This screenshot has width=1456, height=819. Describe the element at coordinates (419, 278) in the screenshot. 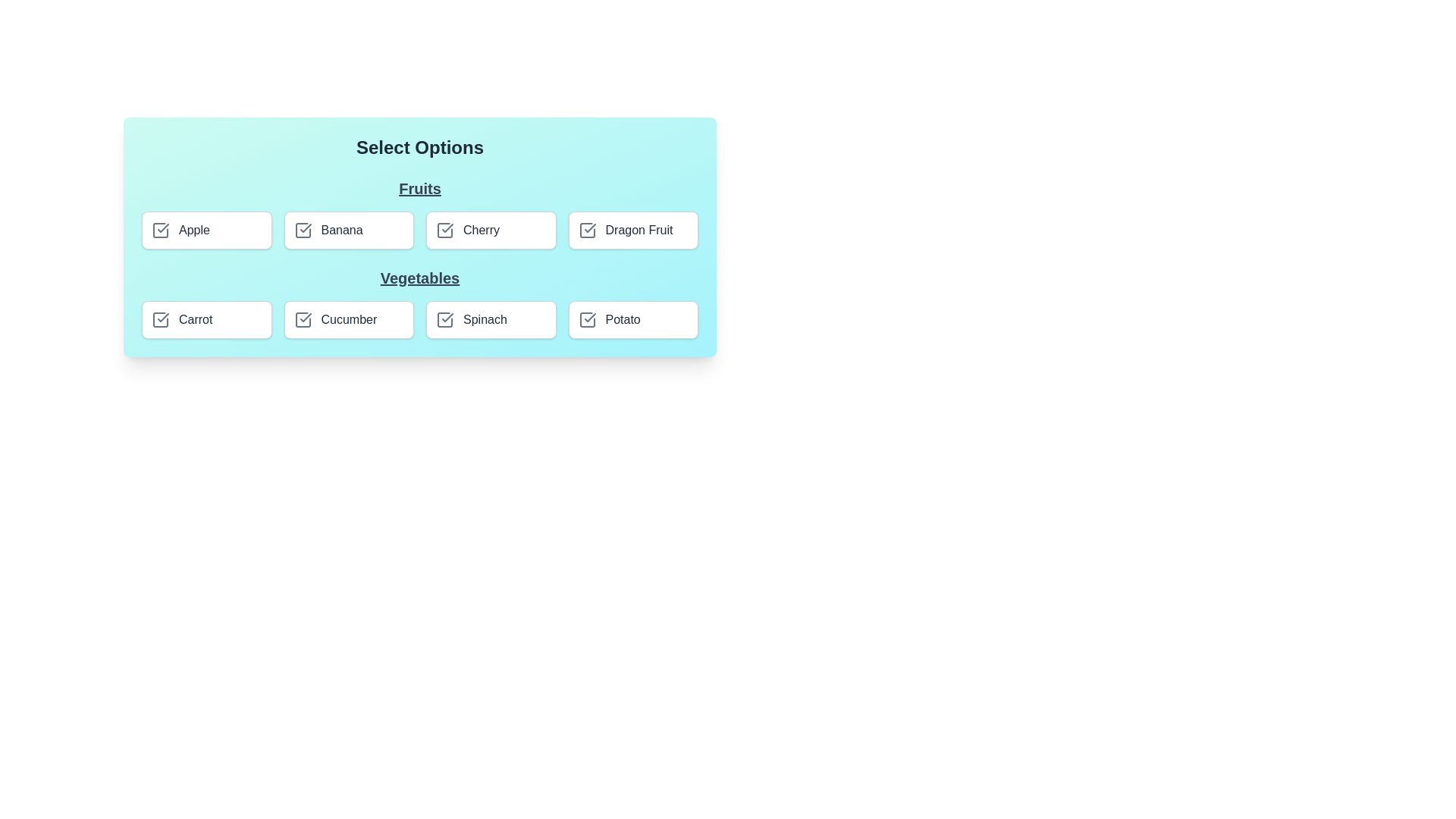

I see `the category header text label indicating 'Vegetables', which is located centrally below the 'Fruits' heading and above the vegetable options grid` at that location.